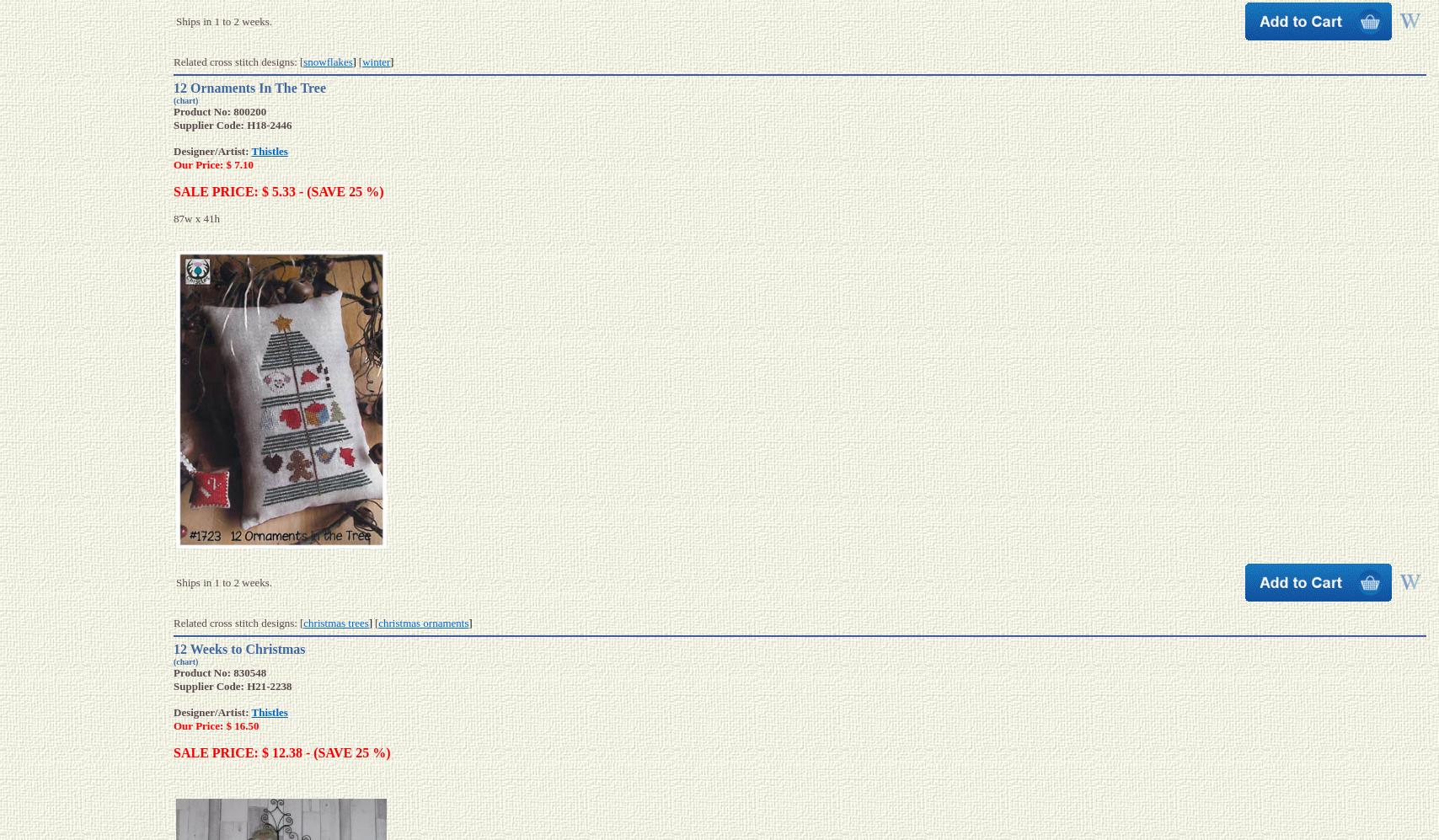 Image resolution: width=1439 pixels, height=840 pixels. I want to click on 'winter', so click(376, 60).